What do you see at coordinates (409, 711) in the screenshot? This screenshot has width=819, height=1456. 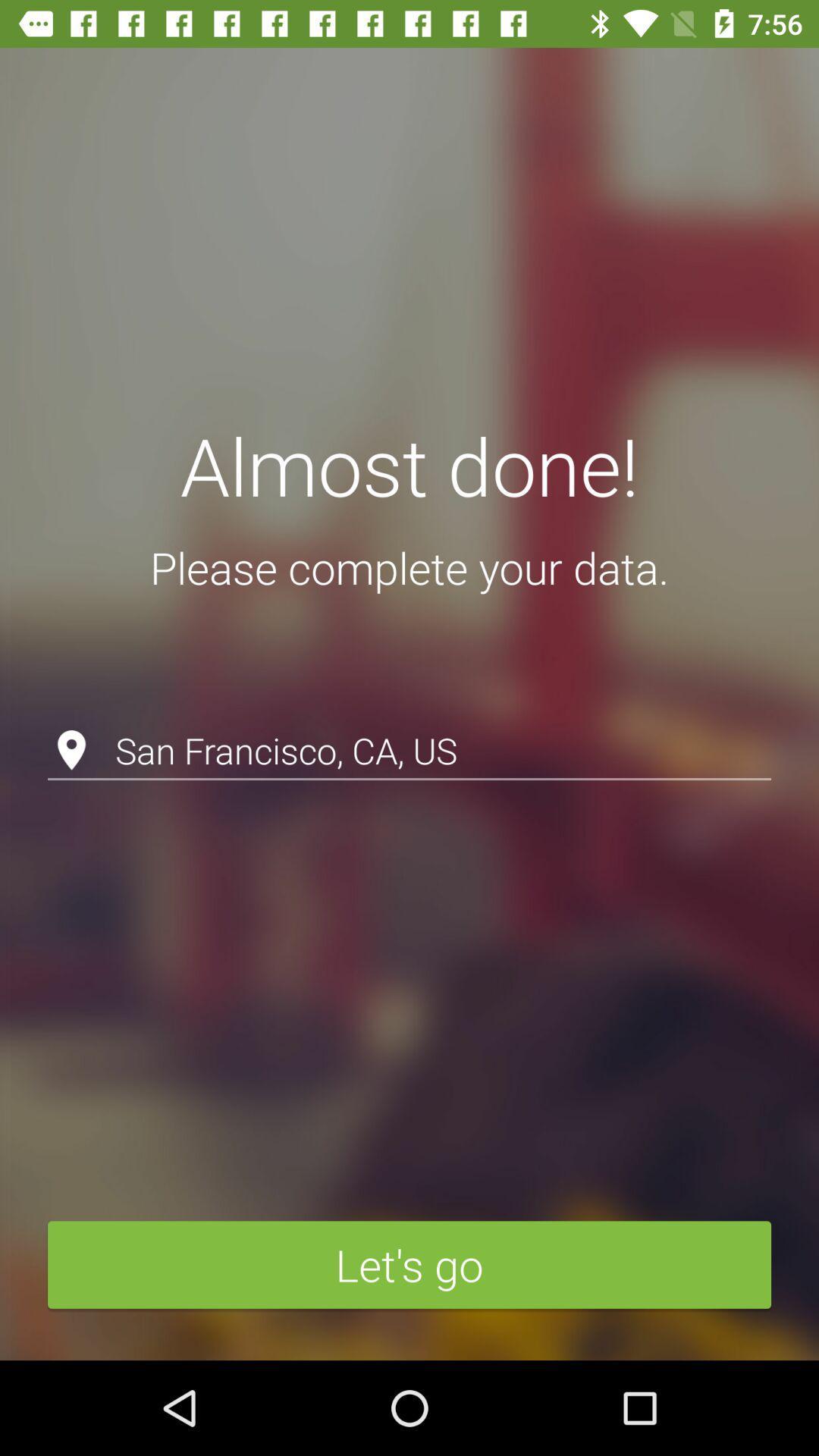 I see `address page` at bounding box center [409, 711].